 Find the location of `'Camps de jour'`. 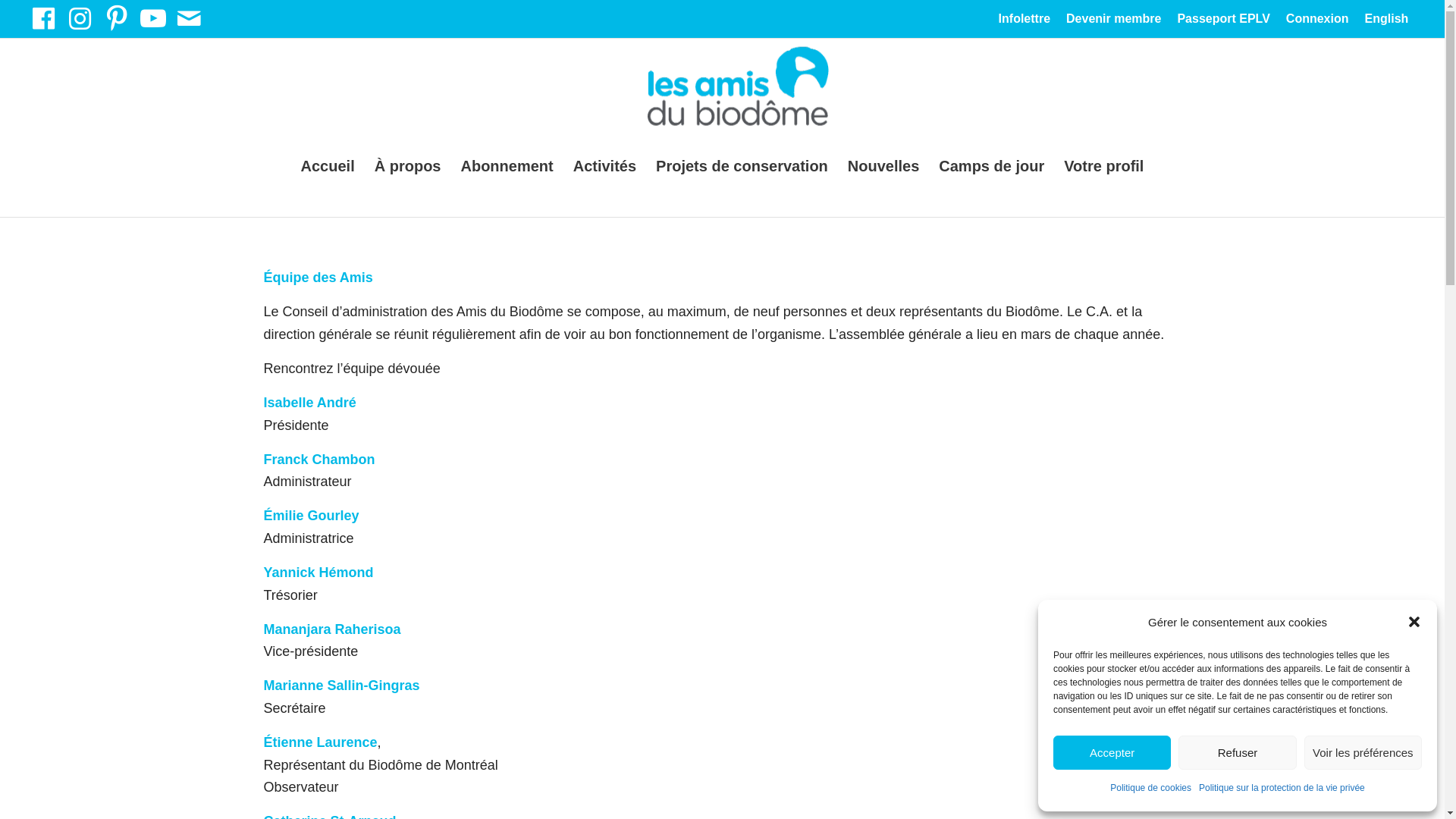

'Camps de jour' is located at coordinates (991, 166).